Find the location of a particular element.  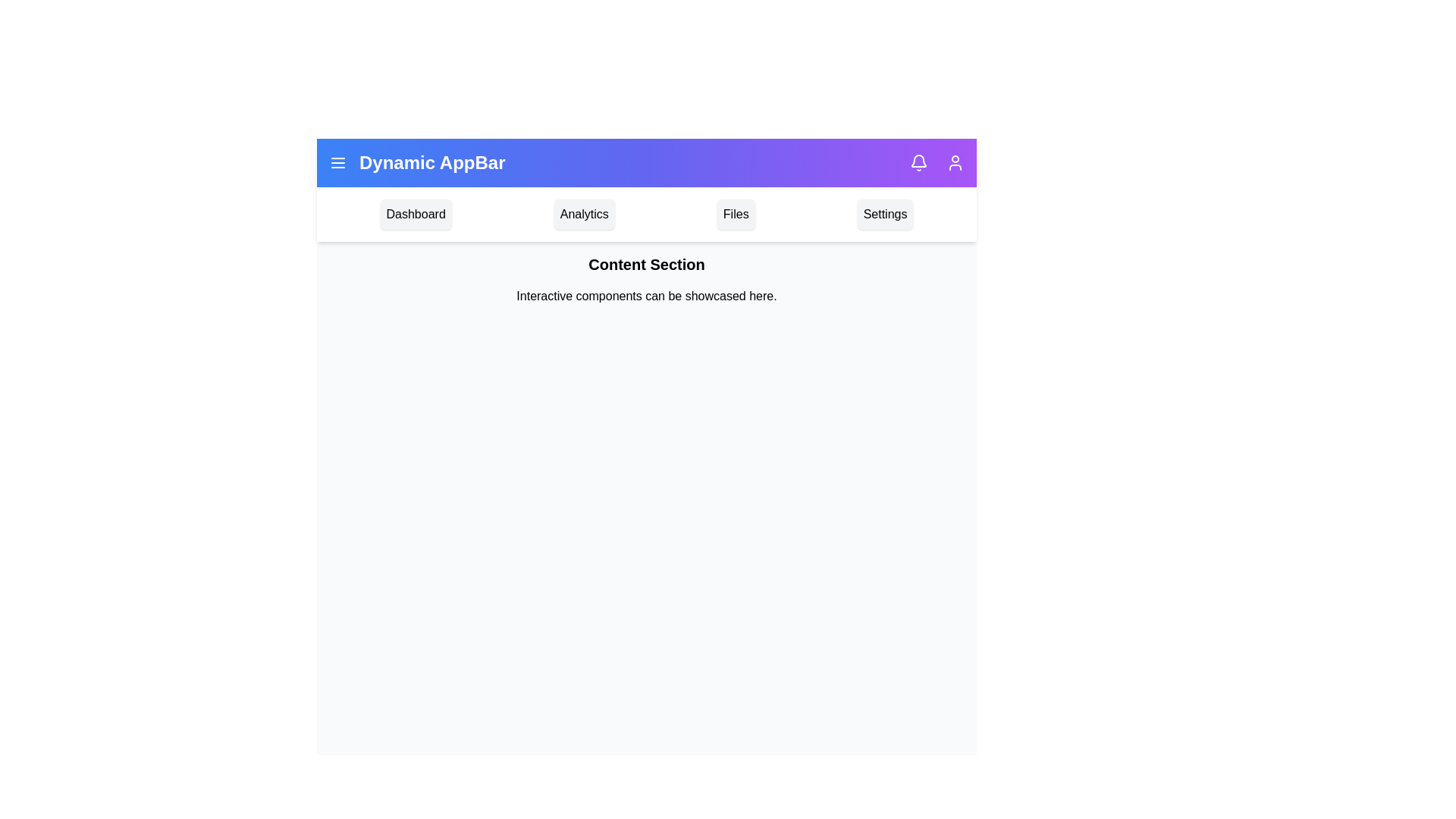

the navigation menu item labeled Settings is located at coordinates (885, 214).